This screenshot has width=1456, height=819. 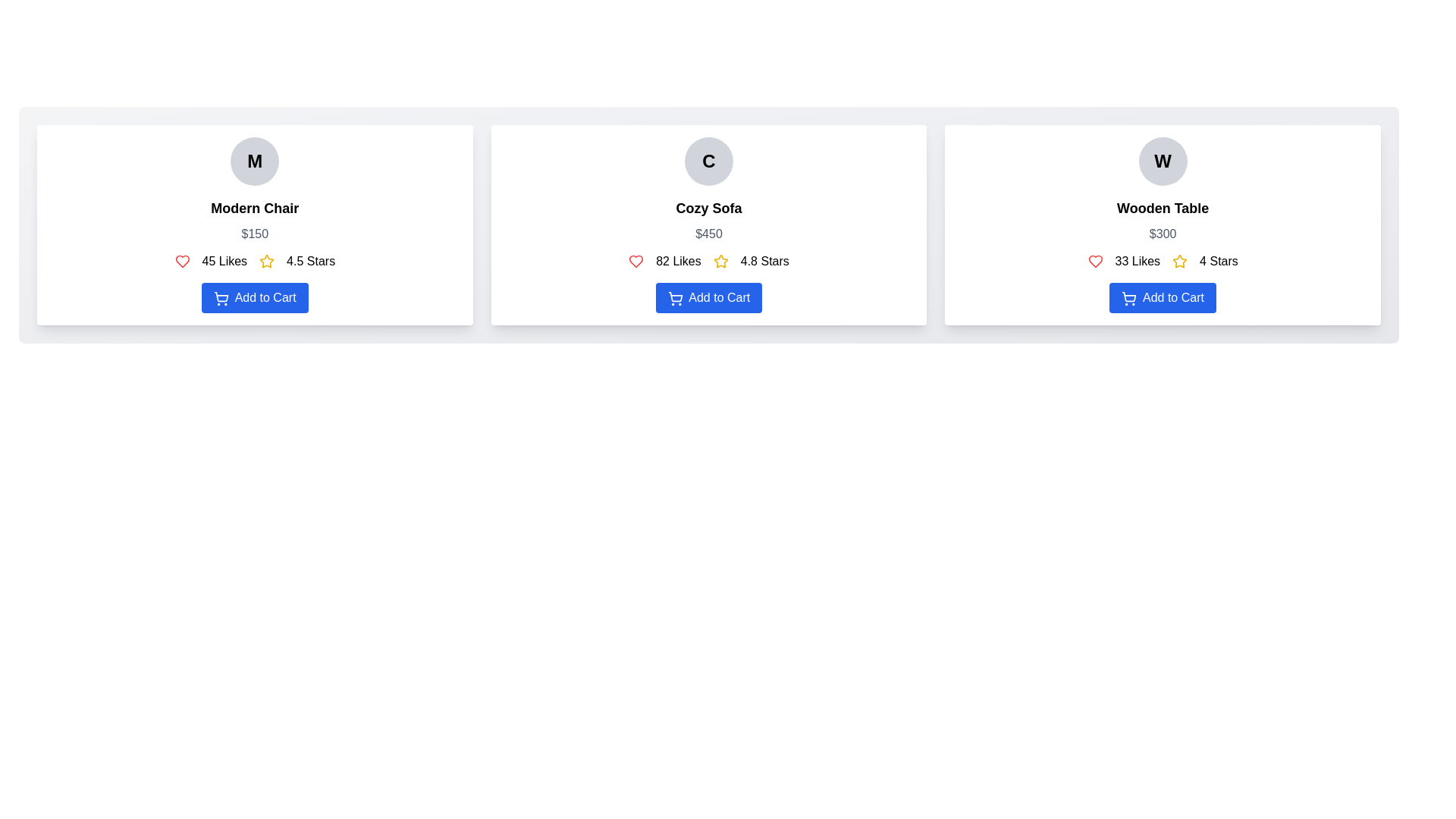 I want to click on the red heart-shaped icon indicating the liking feature, positioned to the left of '82 Likes' in the 'Cozy Sofa' product card, so click(x=636, y=260).